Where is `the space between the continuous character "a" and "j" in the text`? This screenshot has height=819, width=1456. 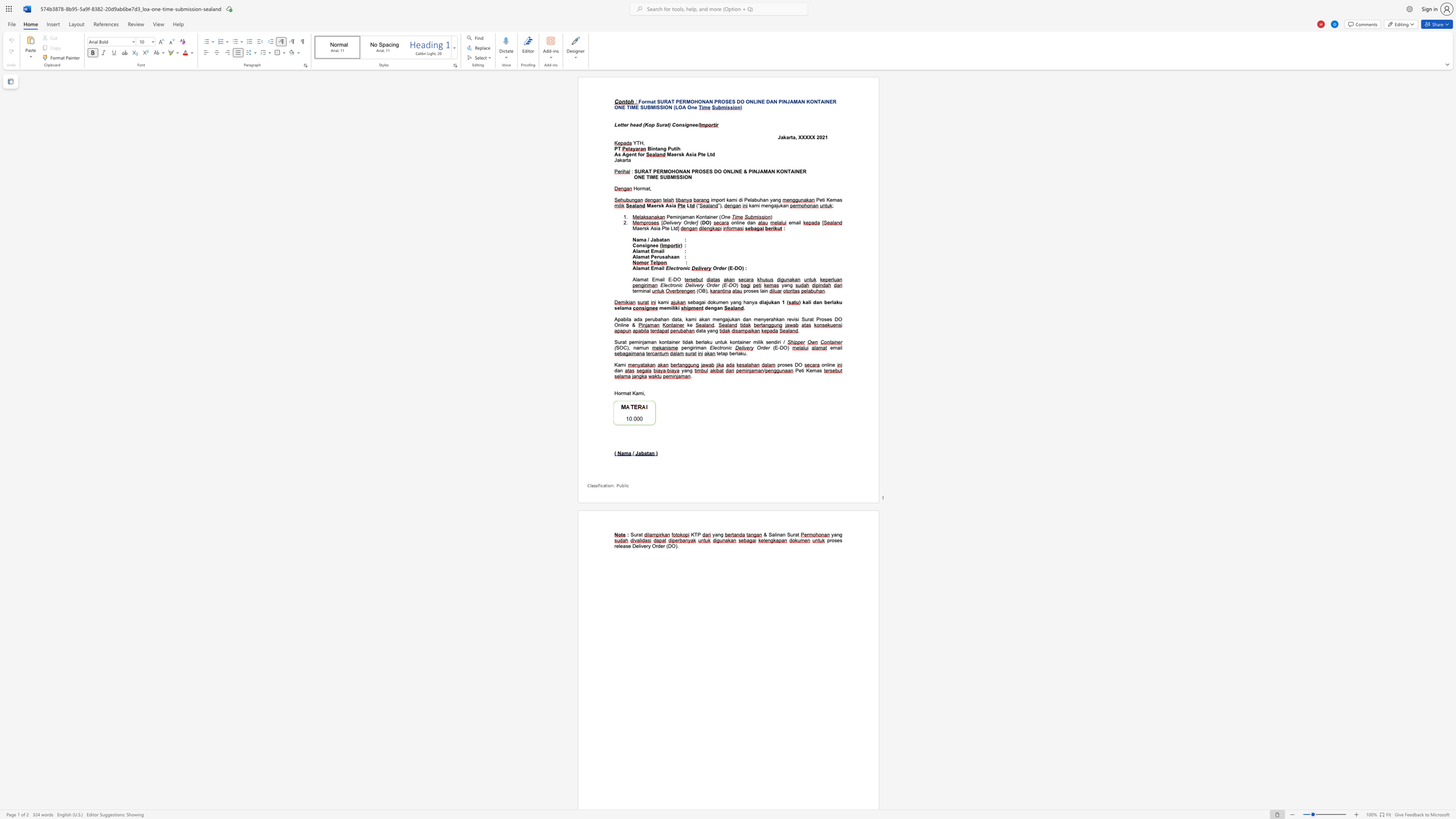
the space between the continuous character "a" and "j" in the text is located at coordinates (775, 205).